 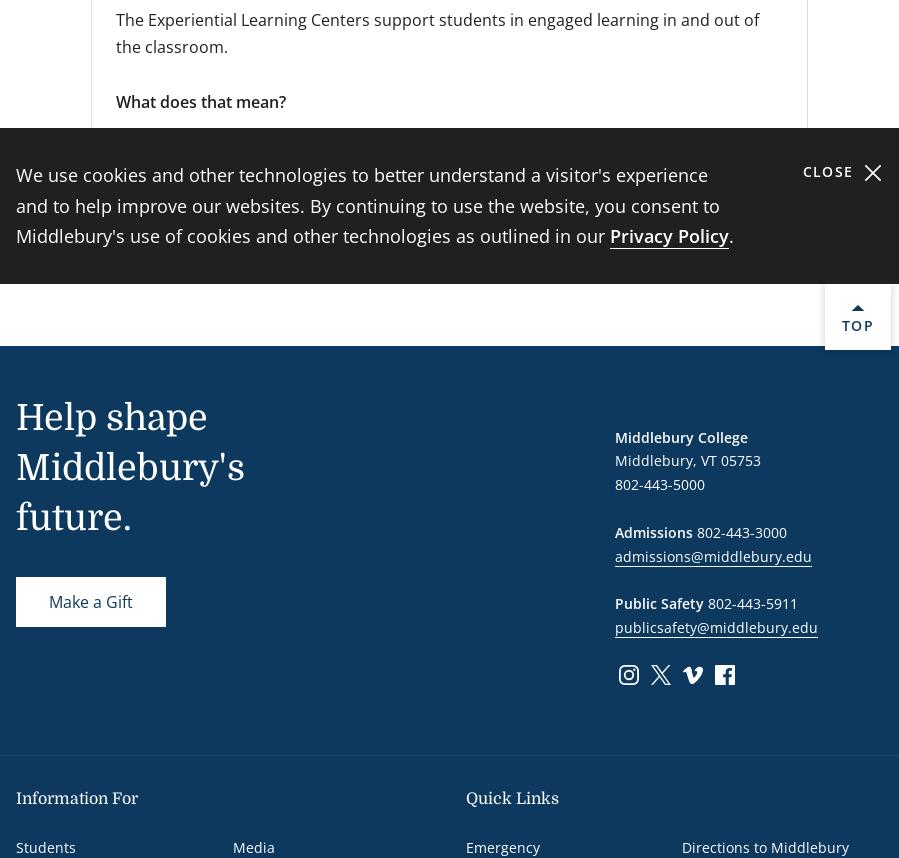 What do you see at coordinates (76, 798) in the screenshot?
I see `'Information For'` at bounding box center [76, 798].